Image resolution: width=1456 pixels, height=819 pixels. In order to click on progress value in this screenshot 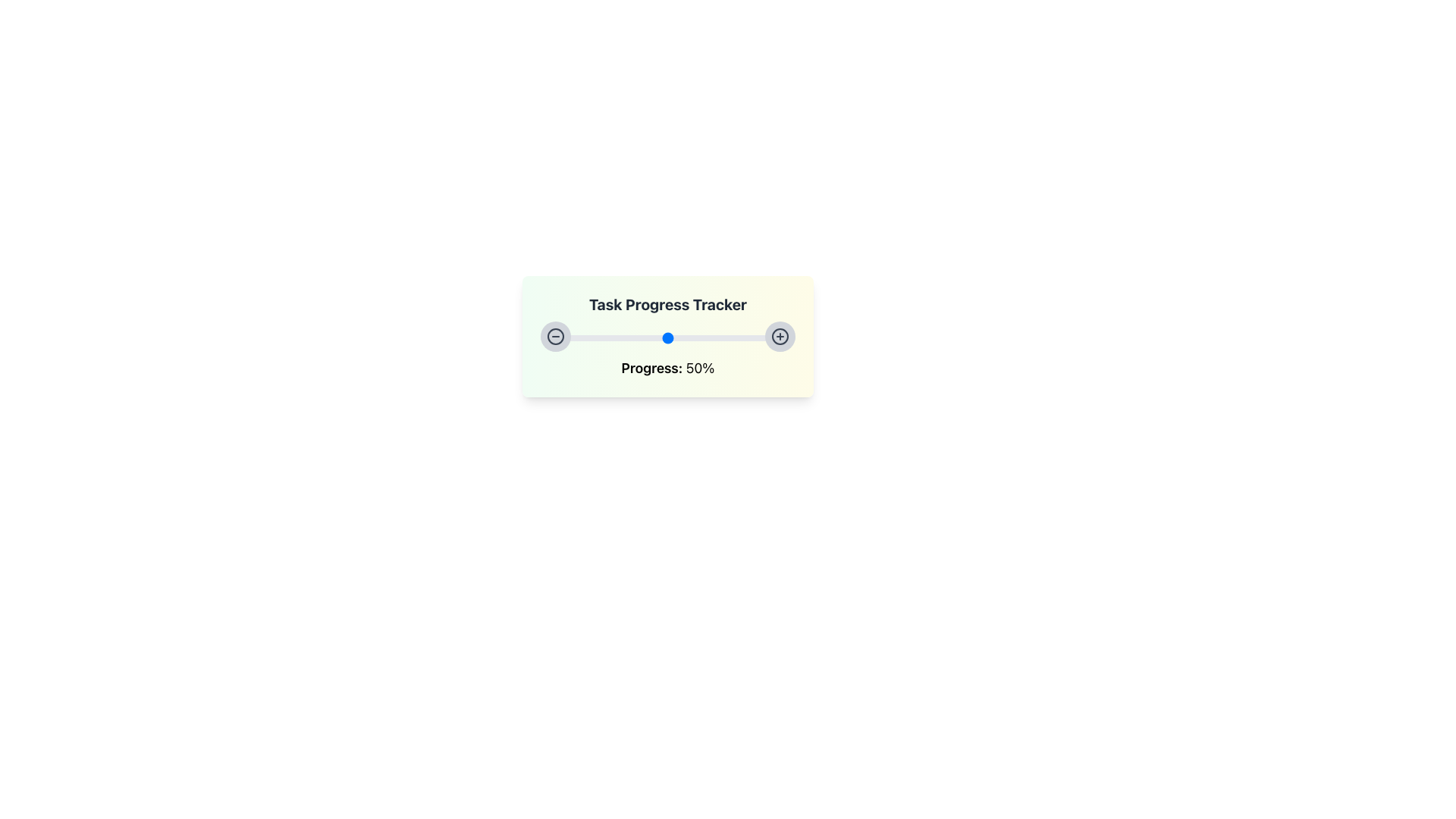, I will do `click(635, 335)`.